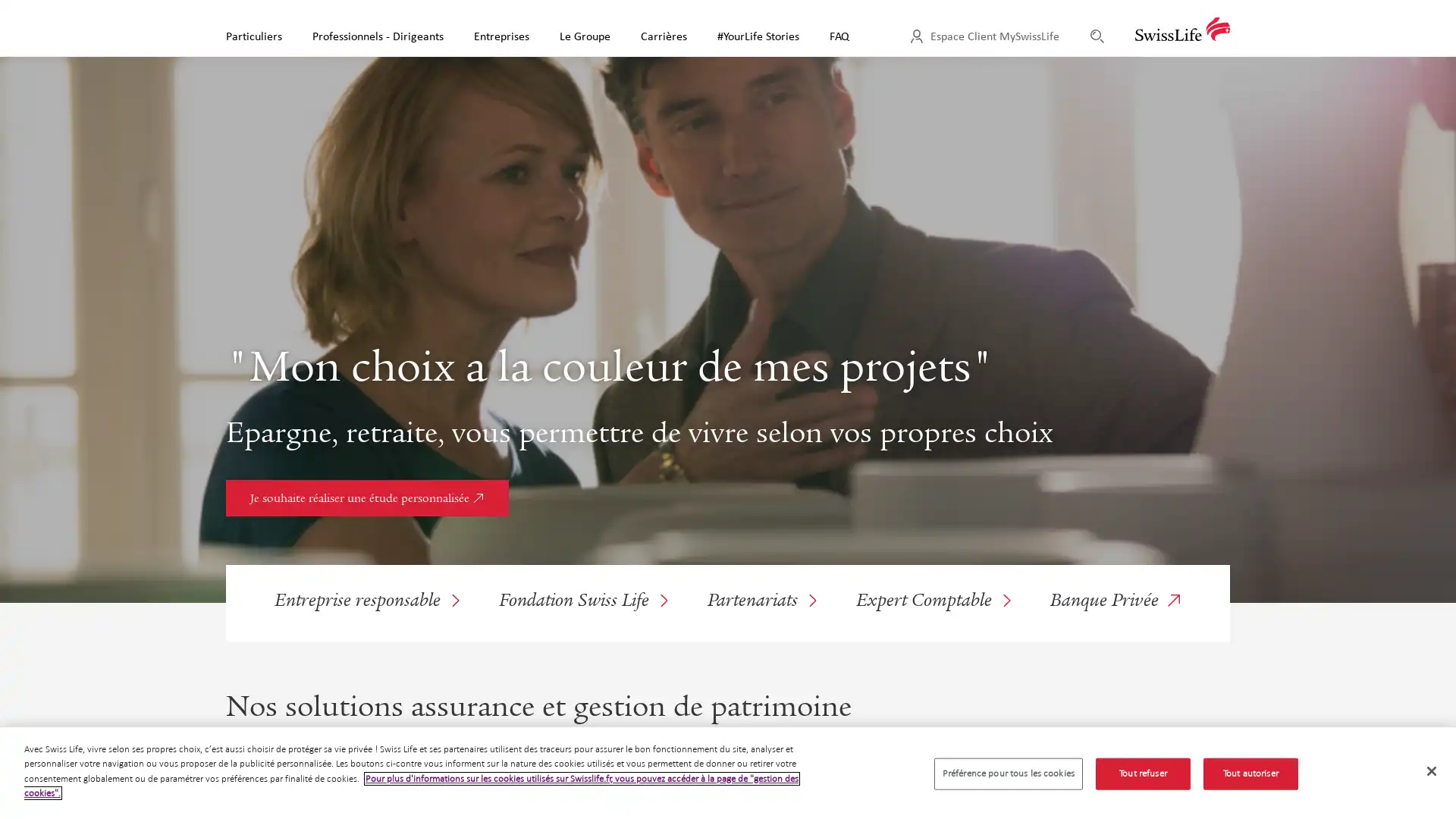 This screenshot has height=819, width=1456. What do you see at coordinates (1008, 773) in the screenshot?
I see `Preference pour tous les cookies` at bounding box center [1008, 773].